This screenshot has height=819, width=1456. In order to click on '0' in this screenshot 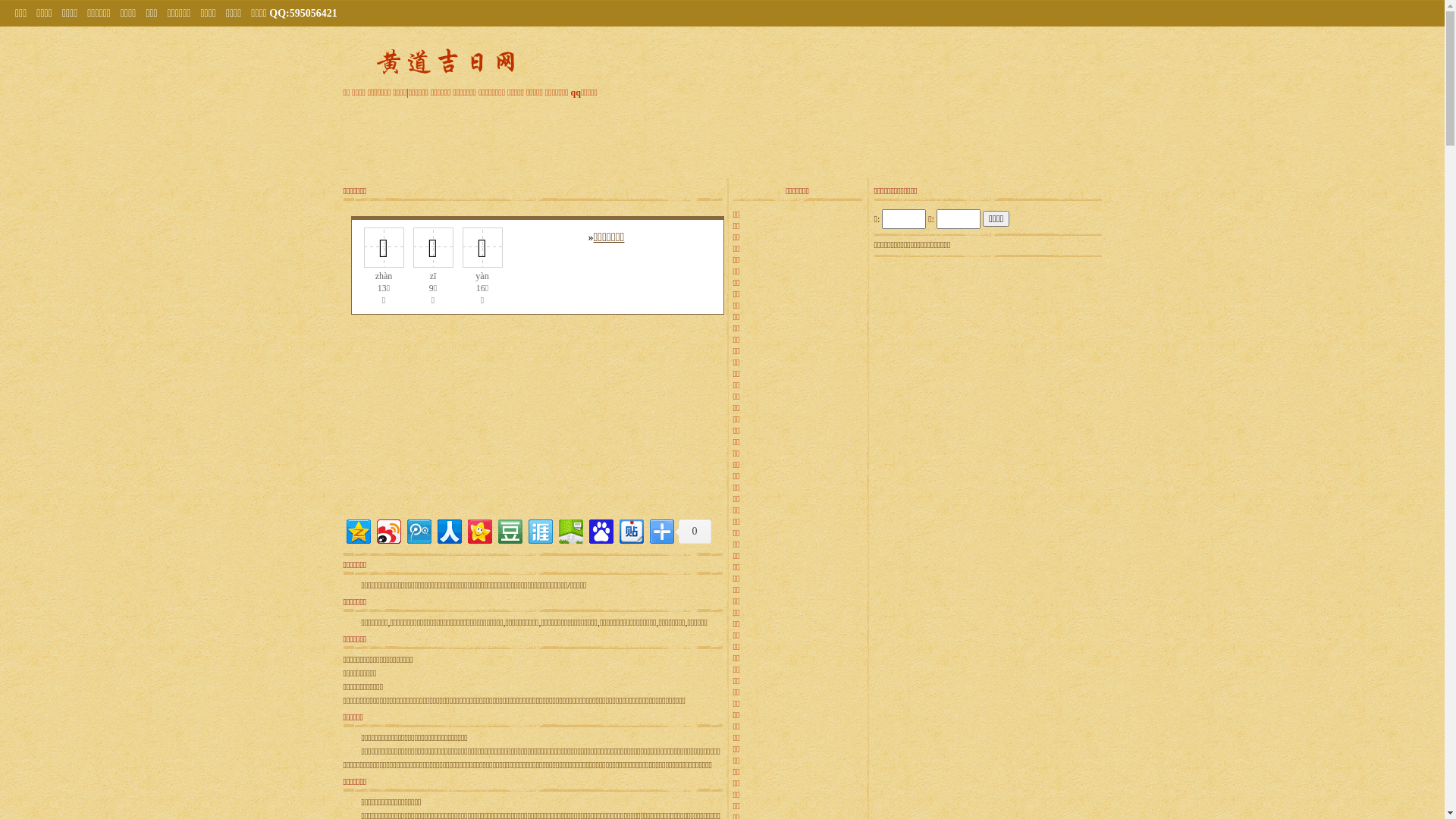, I will do `click(692, 531)`.